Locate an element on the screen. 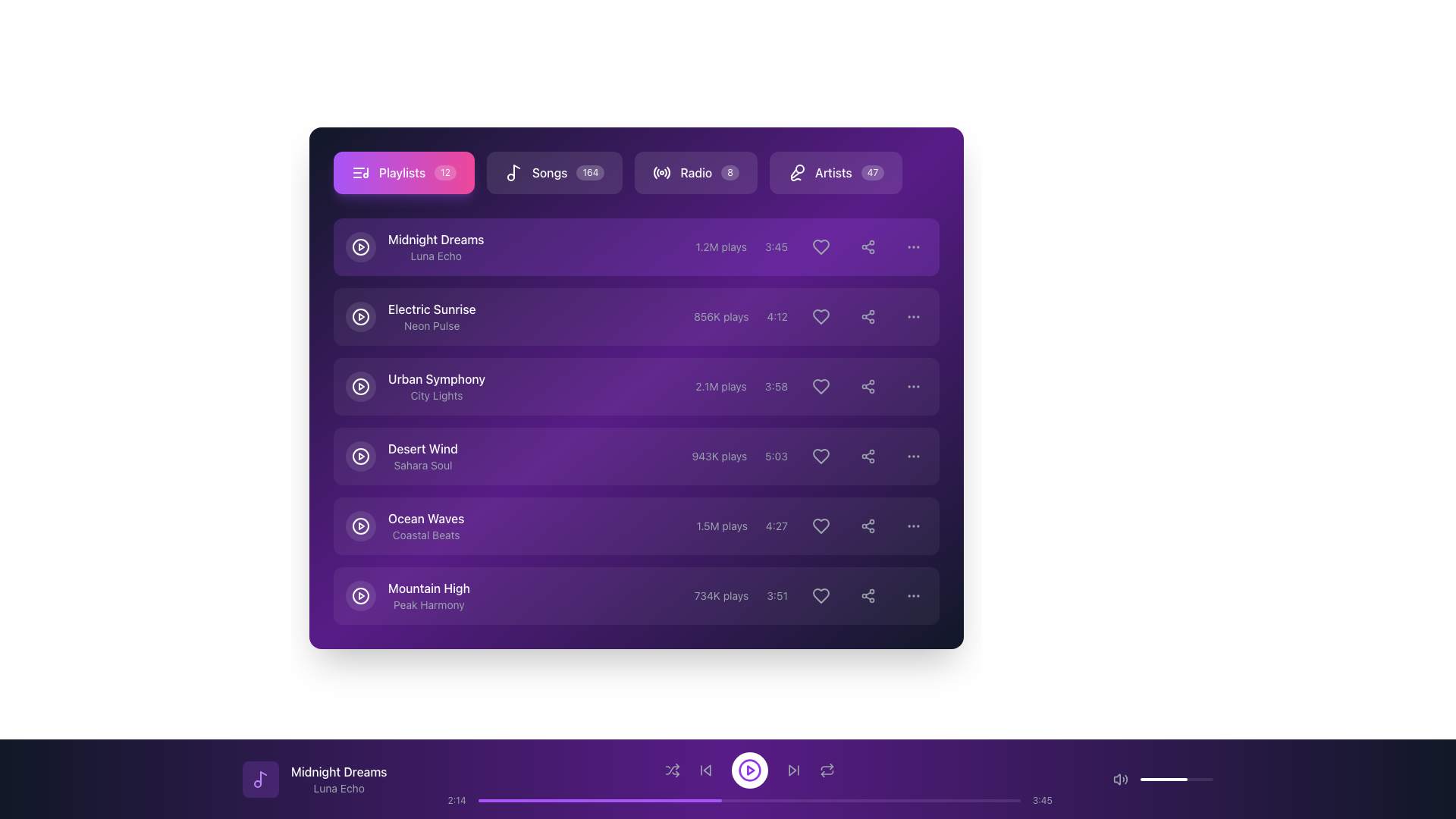 This screenshot has width=1456, height=819. the text block titled 'Ocean Waves' is located at coordinates (425, 526).